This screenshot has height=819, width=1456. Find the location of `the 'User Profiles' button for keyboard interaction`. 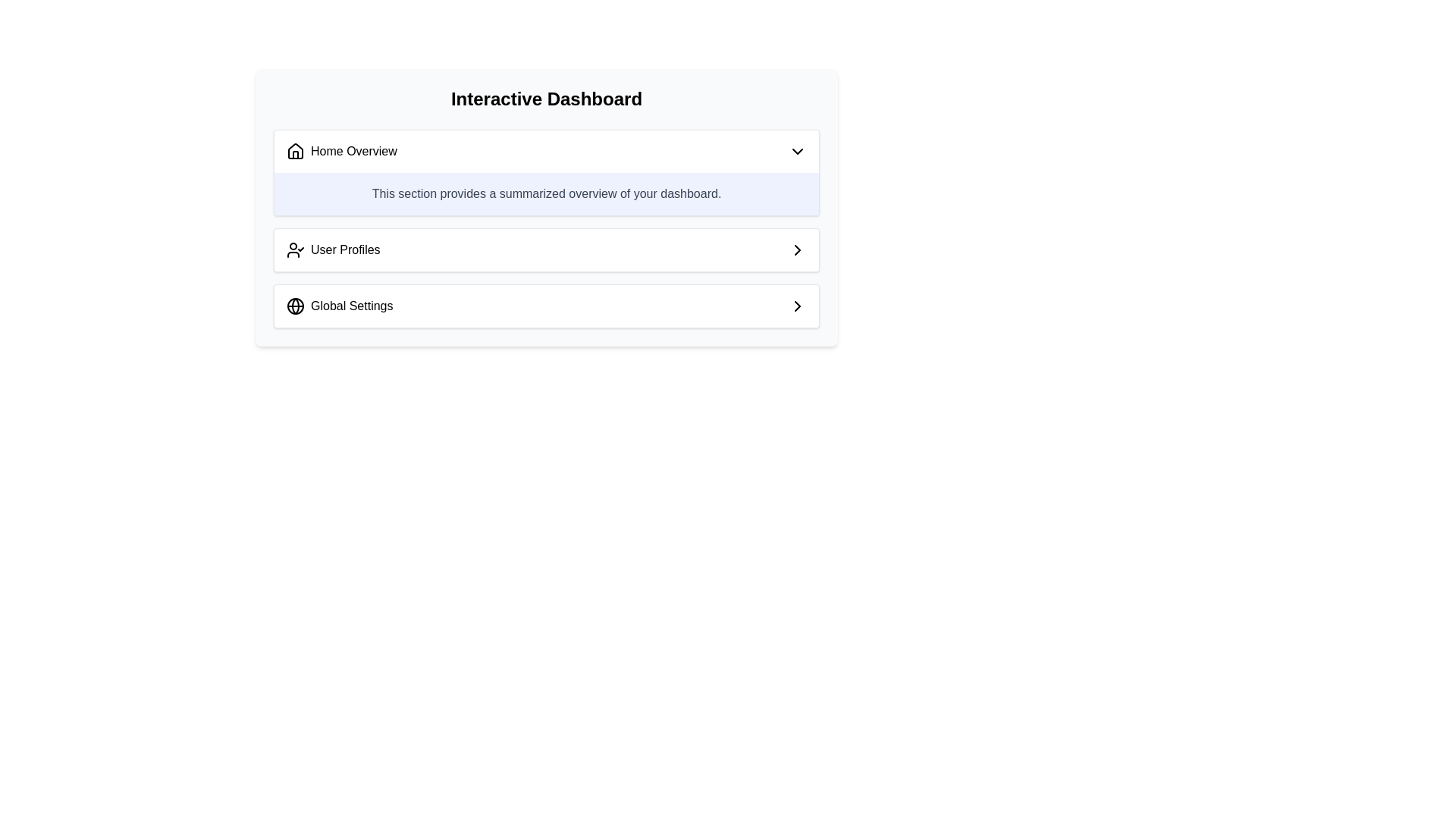

the 'User Profiles' button for keyboard interaction is located at coordinates (546, 249).